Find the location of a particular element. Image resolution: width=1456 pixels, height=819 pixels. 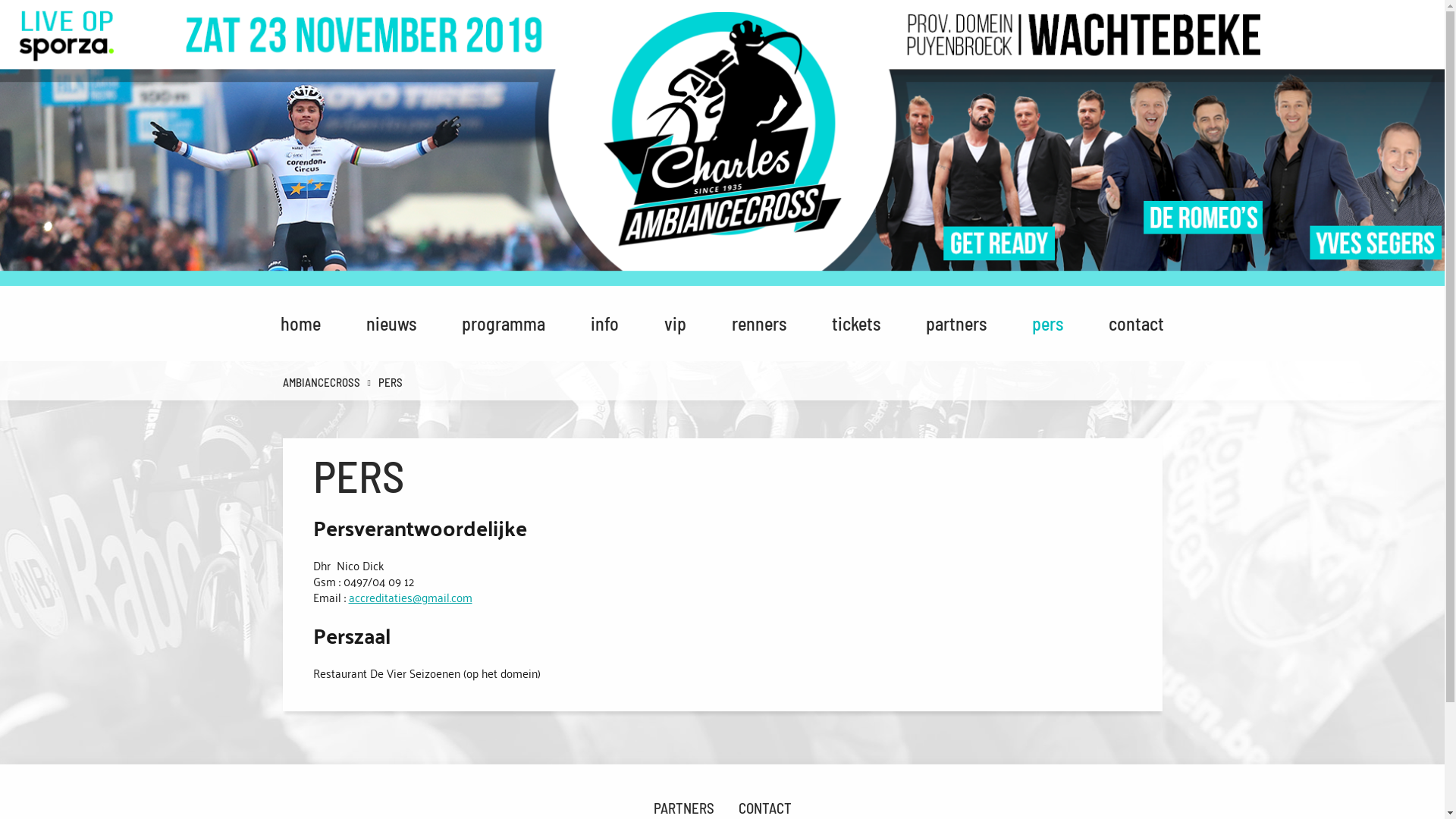

'accreditaties@gmail.com' is located at coordinates (410, 595).